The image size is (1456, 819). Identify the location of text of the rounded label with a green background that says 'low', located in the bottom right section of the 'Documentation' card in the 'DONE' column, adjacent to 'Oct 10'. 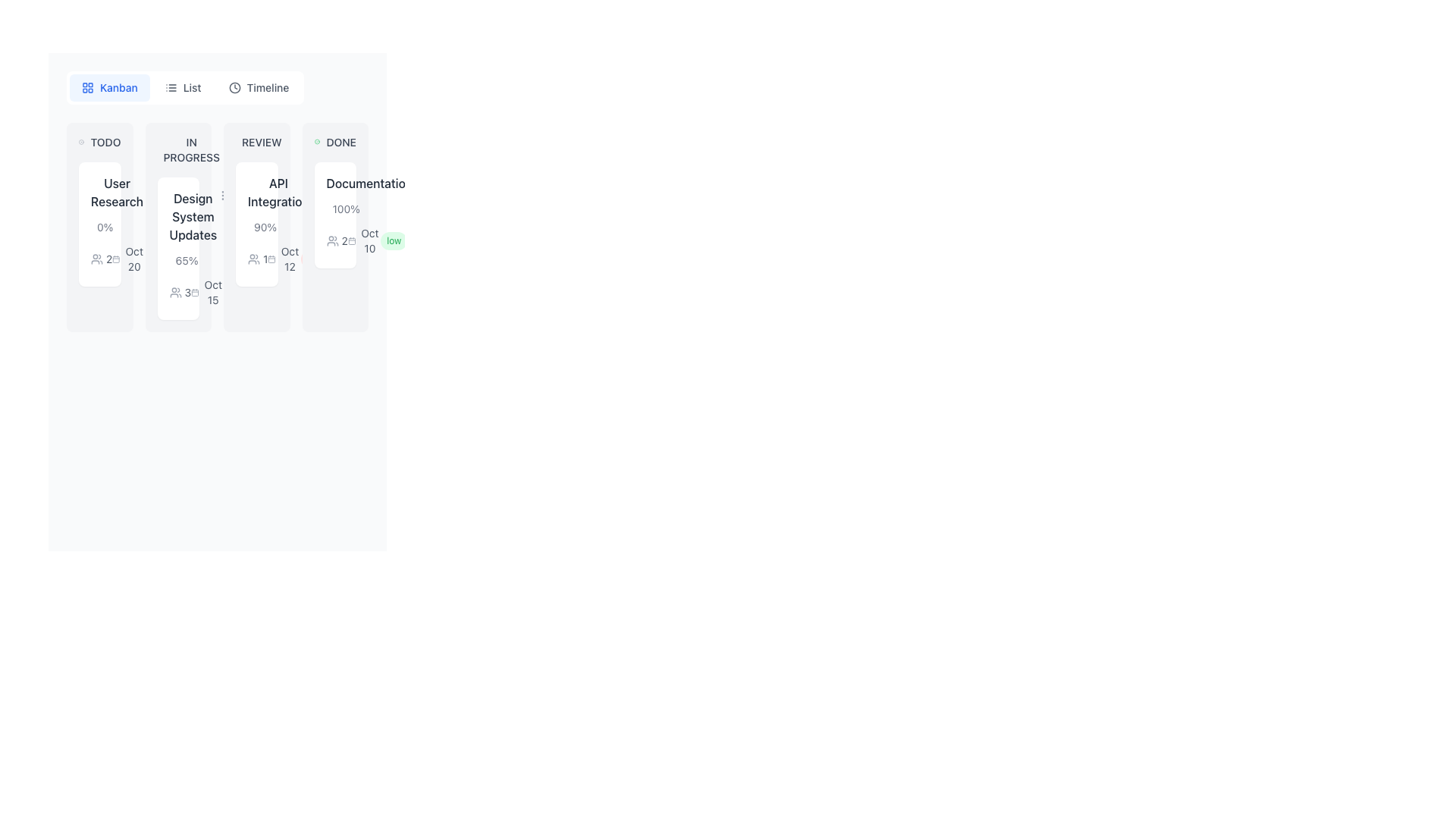
(394, 240).